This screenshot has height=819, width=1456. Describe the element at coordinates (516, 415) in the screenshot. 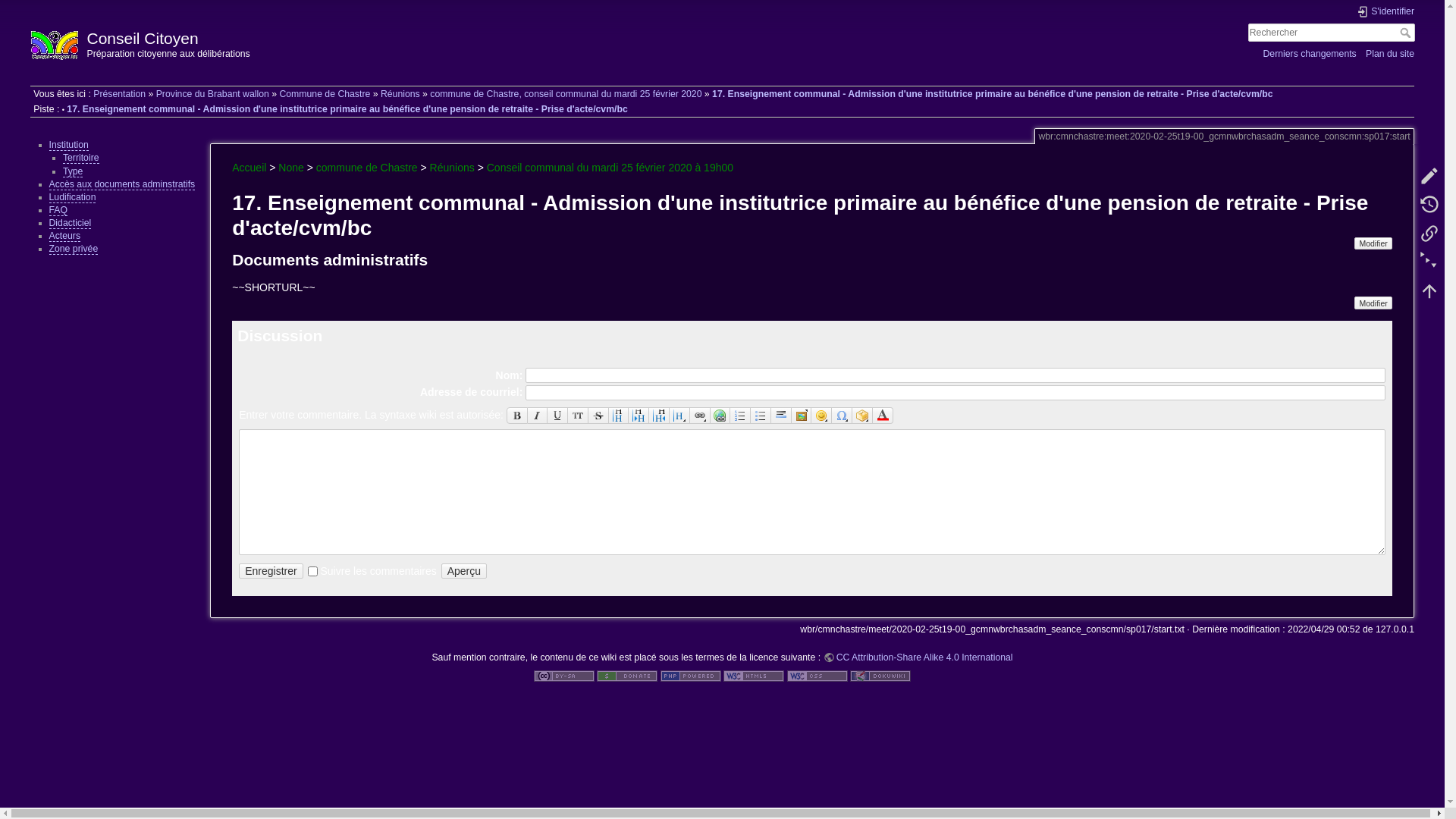

I see `'Gras [B]'` at that location.